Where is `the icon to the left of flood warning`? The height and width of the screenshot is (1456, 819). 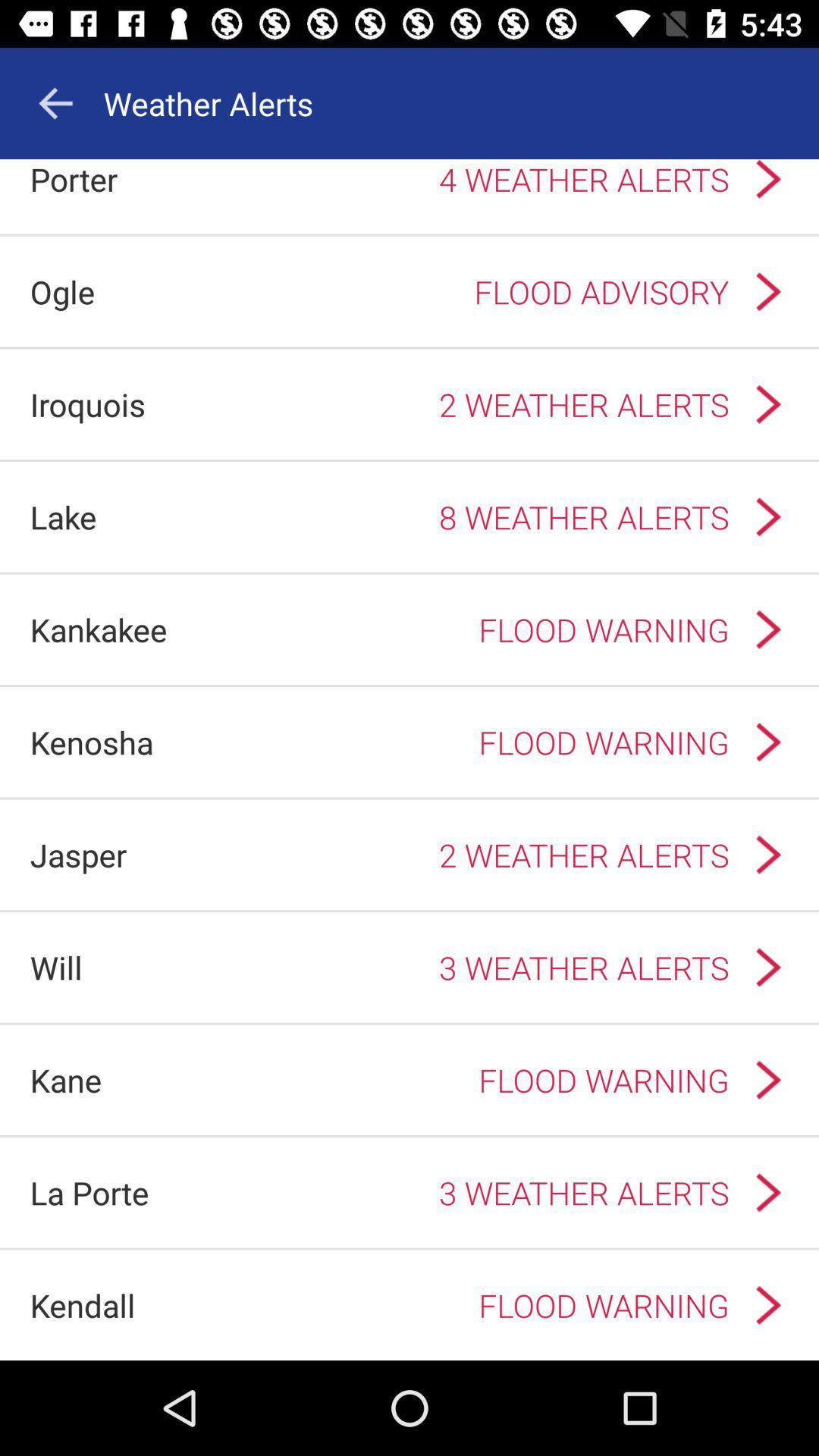 the icon to the left of flood warning is located at coordinates (65, 1079).